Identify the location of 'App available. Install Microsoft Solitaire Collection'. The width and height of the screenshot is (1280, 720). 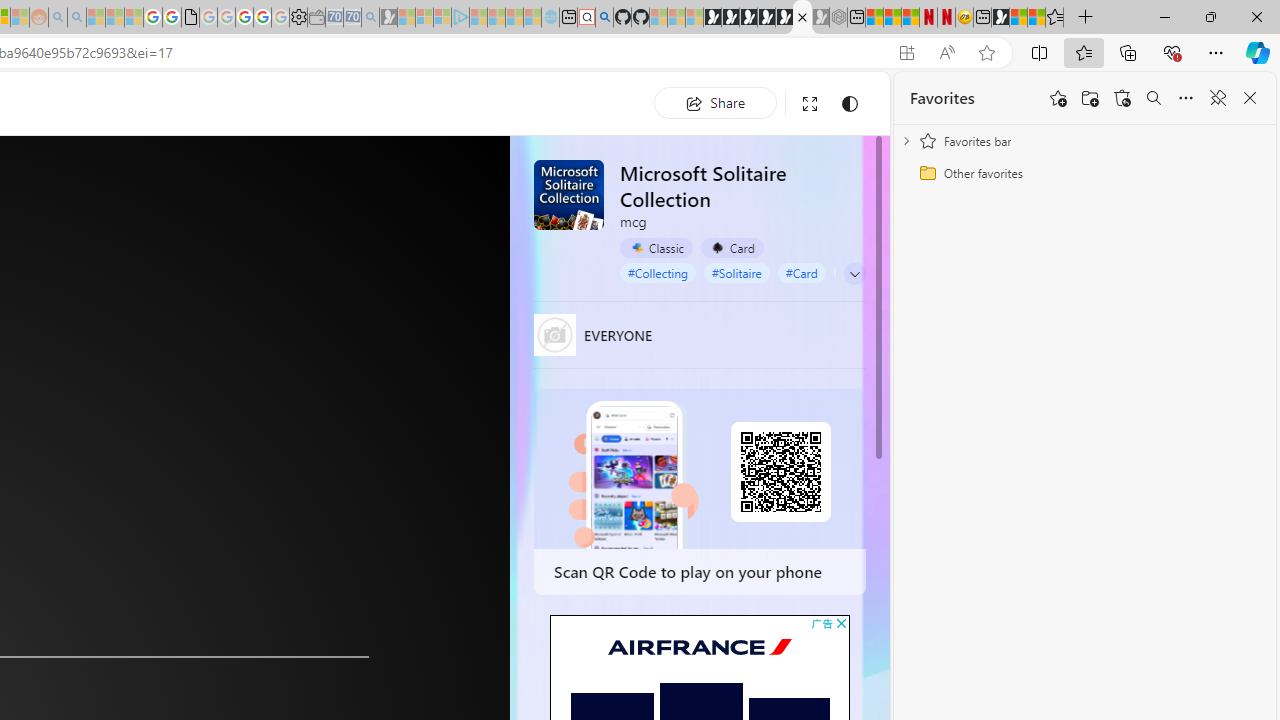
(905, 52).